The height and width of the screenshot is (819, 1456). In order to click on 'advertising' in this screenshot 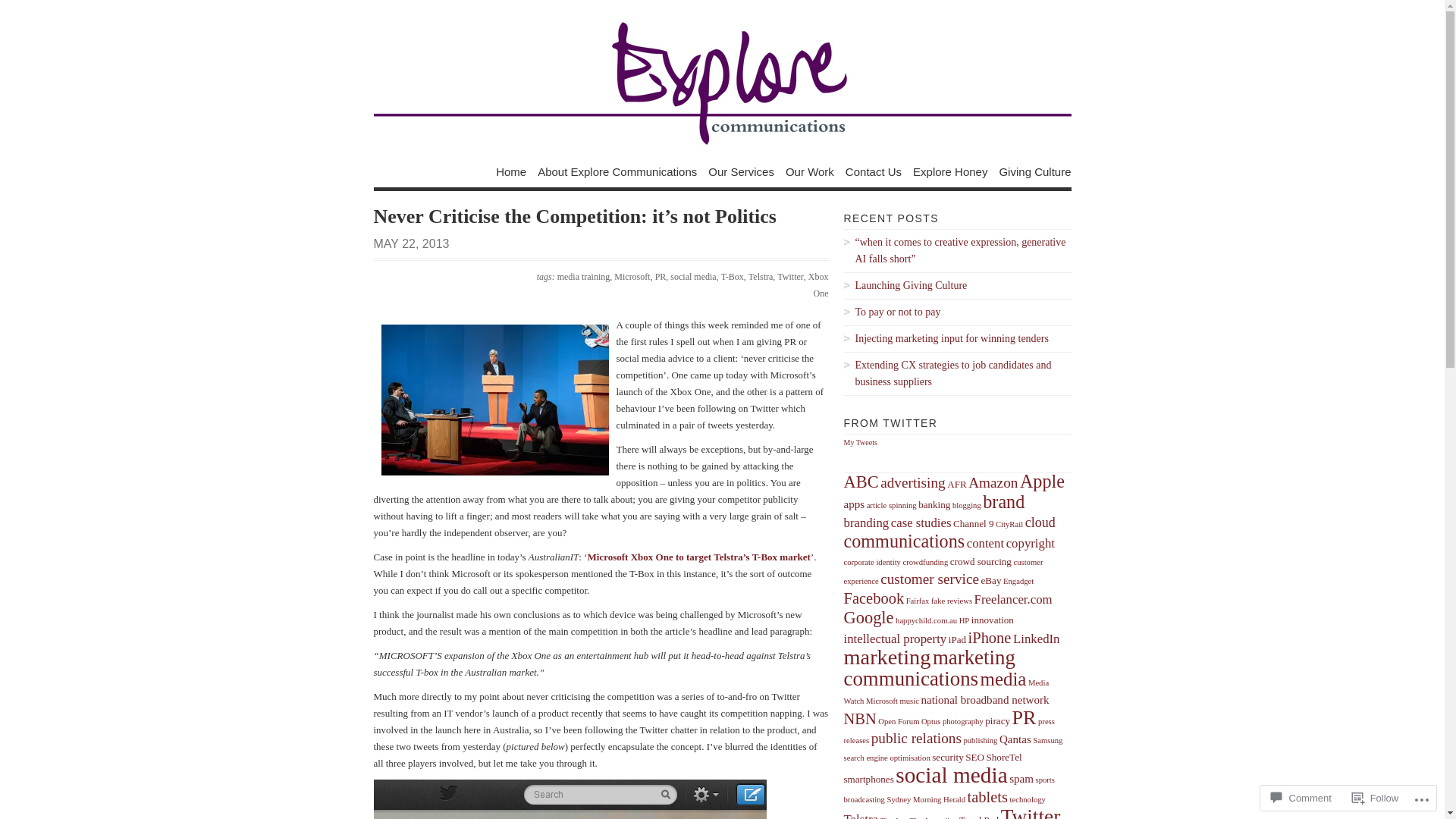, I will do `click(880, 482)`.